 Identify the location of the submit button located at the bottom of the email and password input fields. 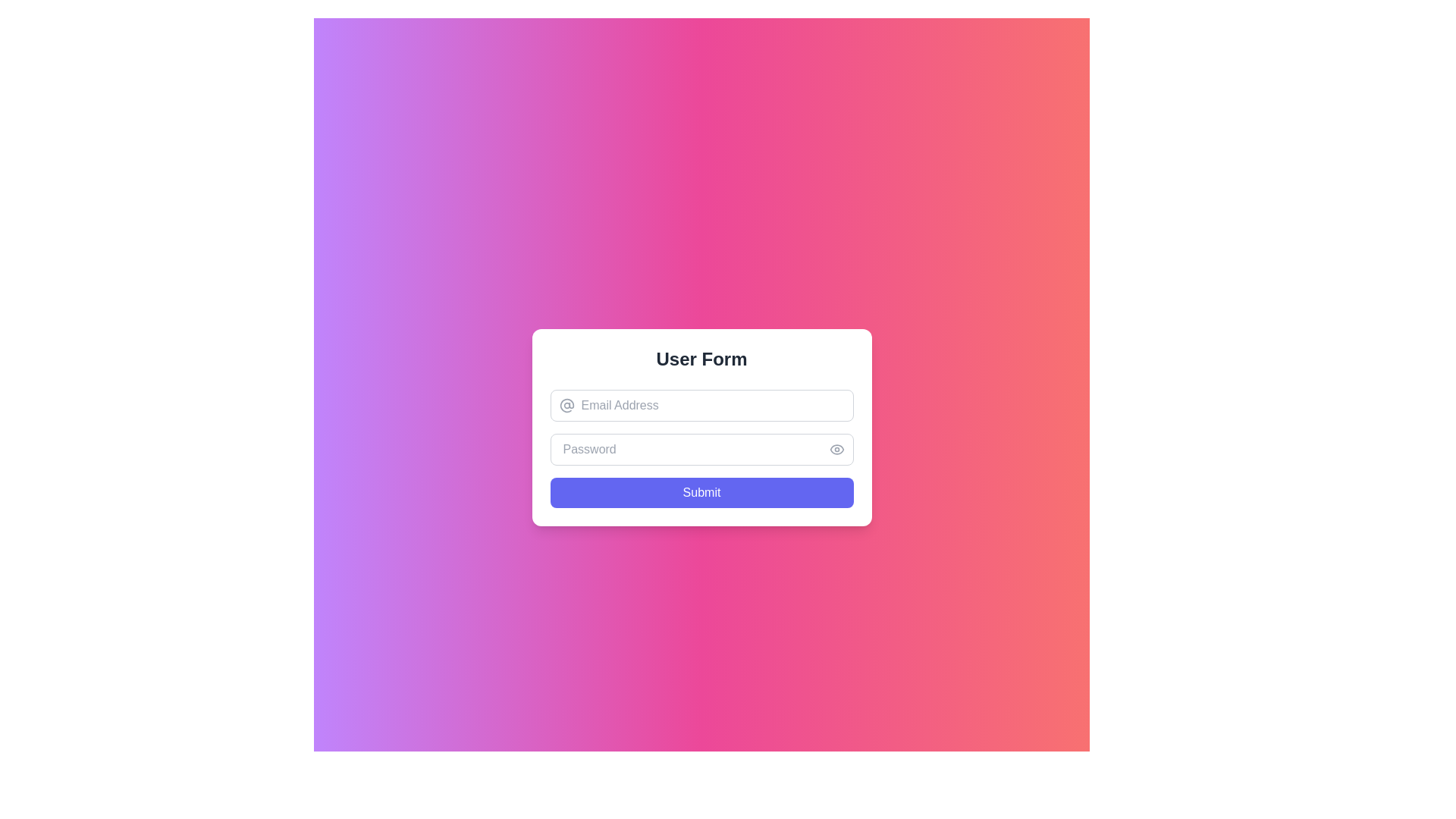
(701, 493).